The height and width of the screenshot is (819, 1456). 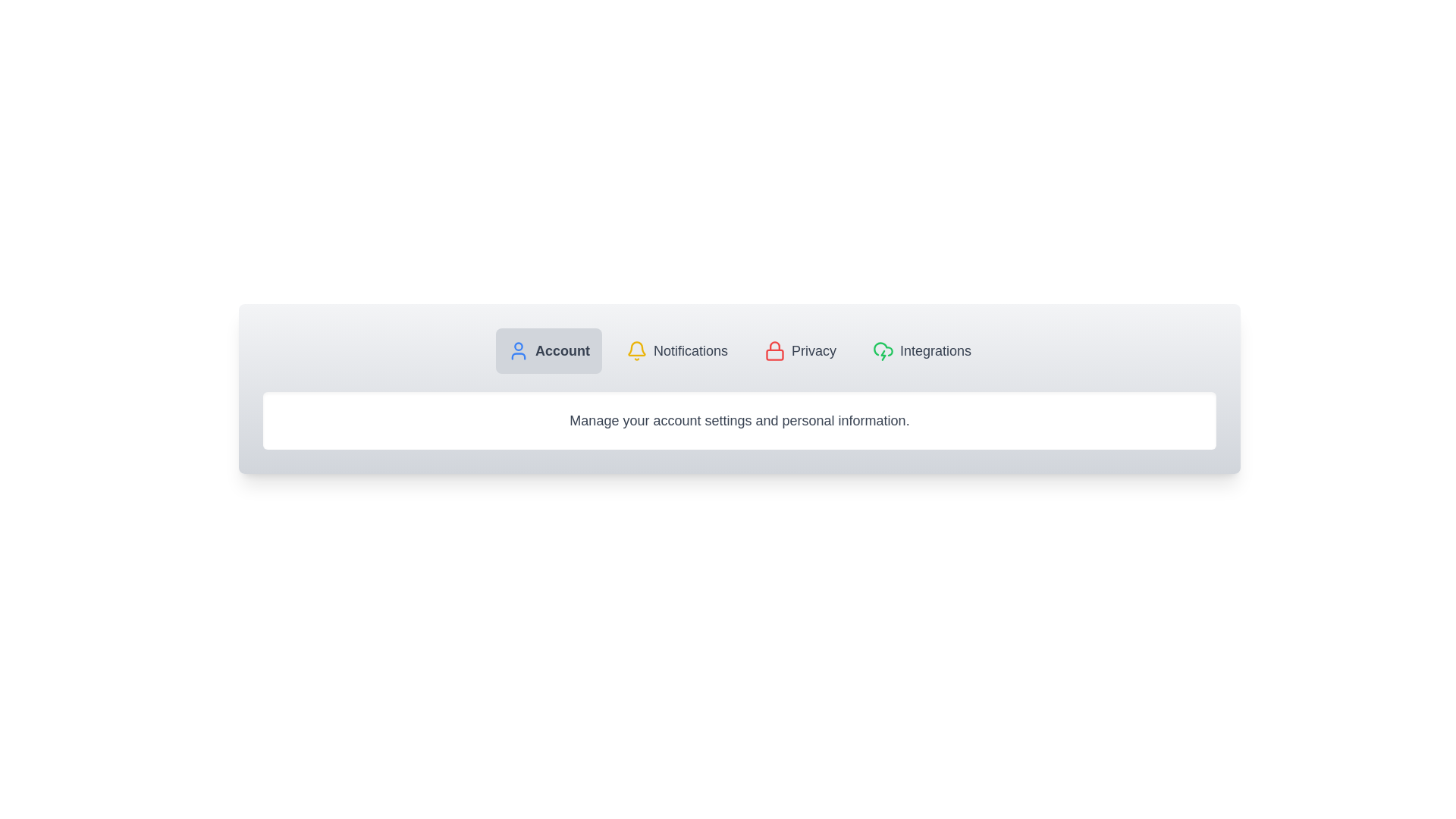 What do you see at coordinates (739, 421) in the screenshot?
I see `the textual label that reads 'Manage your account settings and personal information.' which is styled with a gray font color and centered alignment` at bounding box center [739, 421].